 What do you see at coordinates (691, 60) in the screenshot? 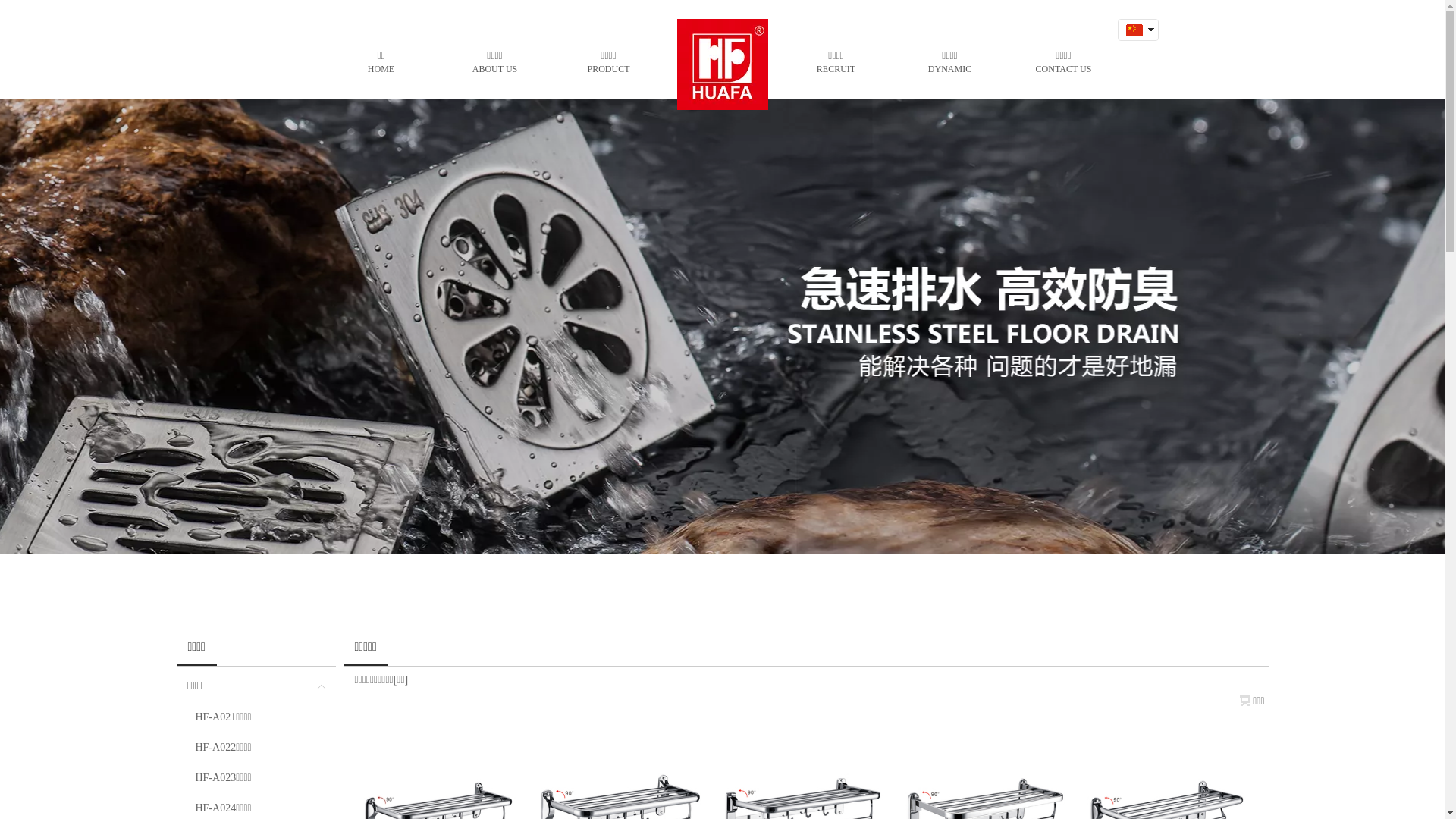
I see `'.'` at bounding box center [691, 60].